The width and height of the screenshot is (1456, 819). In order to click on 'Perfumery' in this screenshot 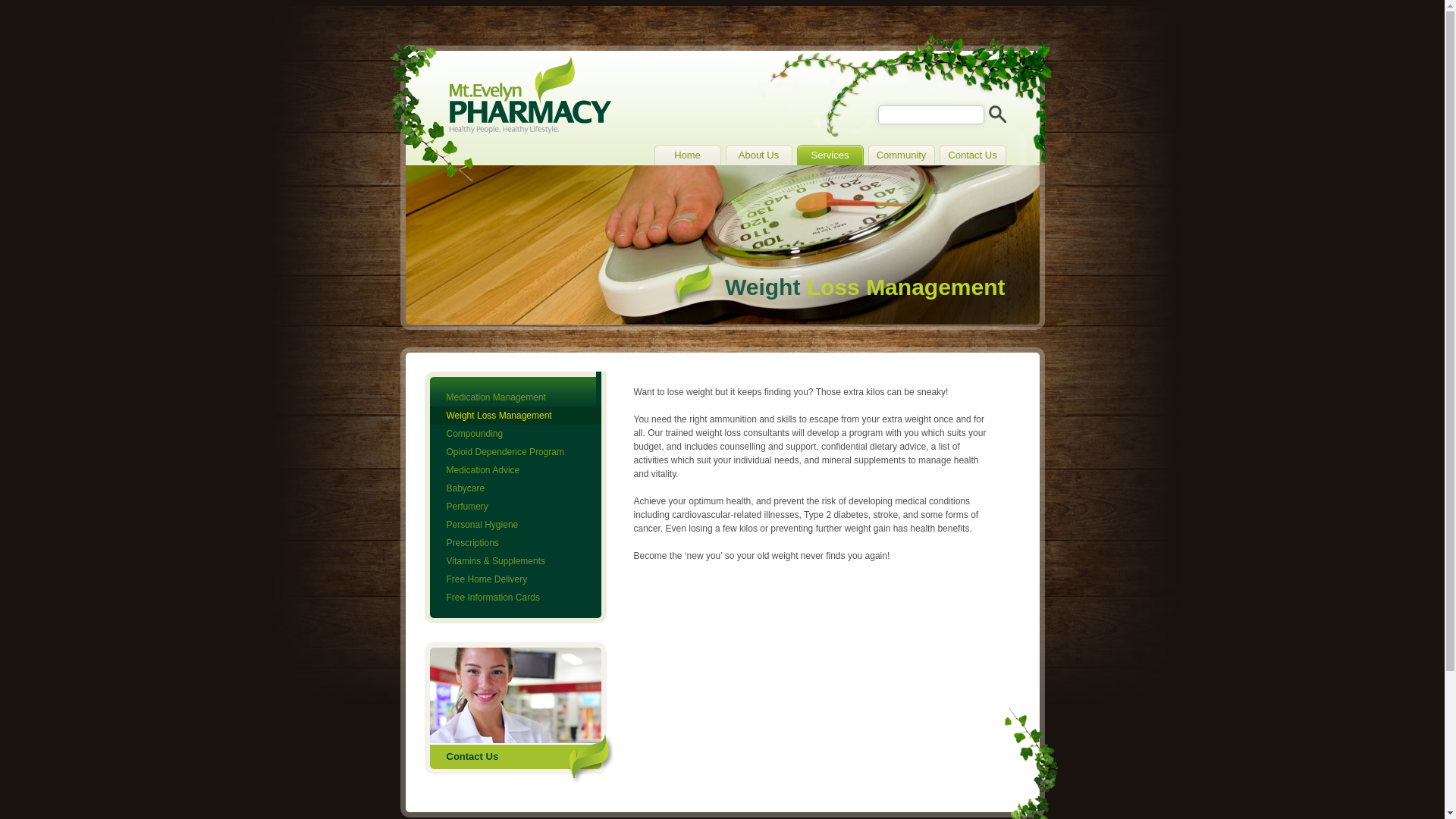, I will do `click(514, 506)`.